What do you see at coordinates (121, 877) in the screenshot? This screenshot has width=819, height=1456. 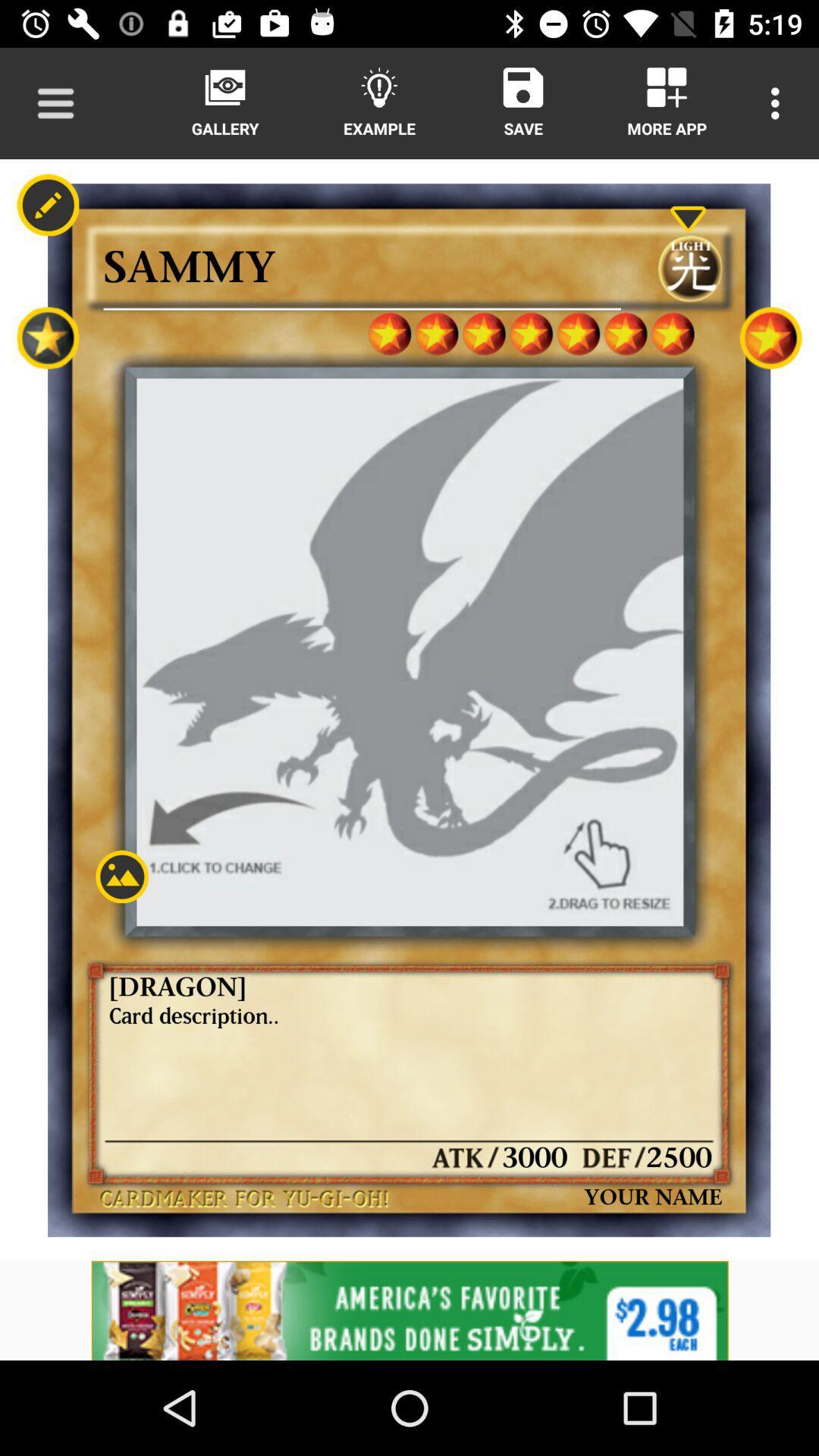 I see `the wallpaper icon` at bounding box center [121, 877].